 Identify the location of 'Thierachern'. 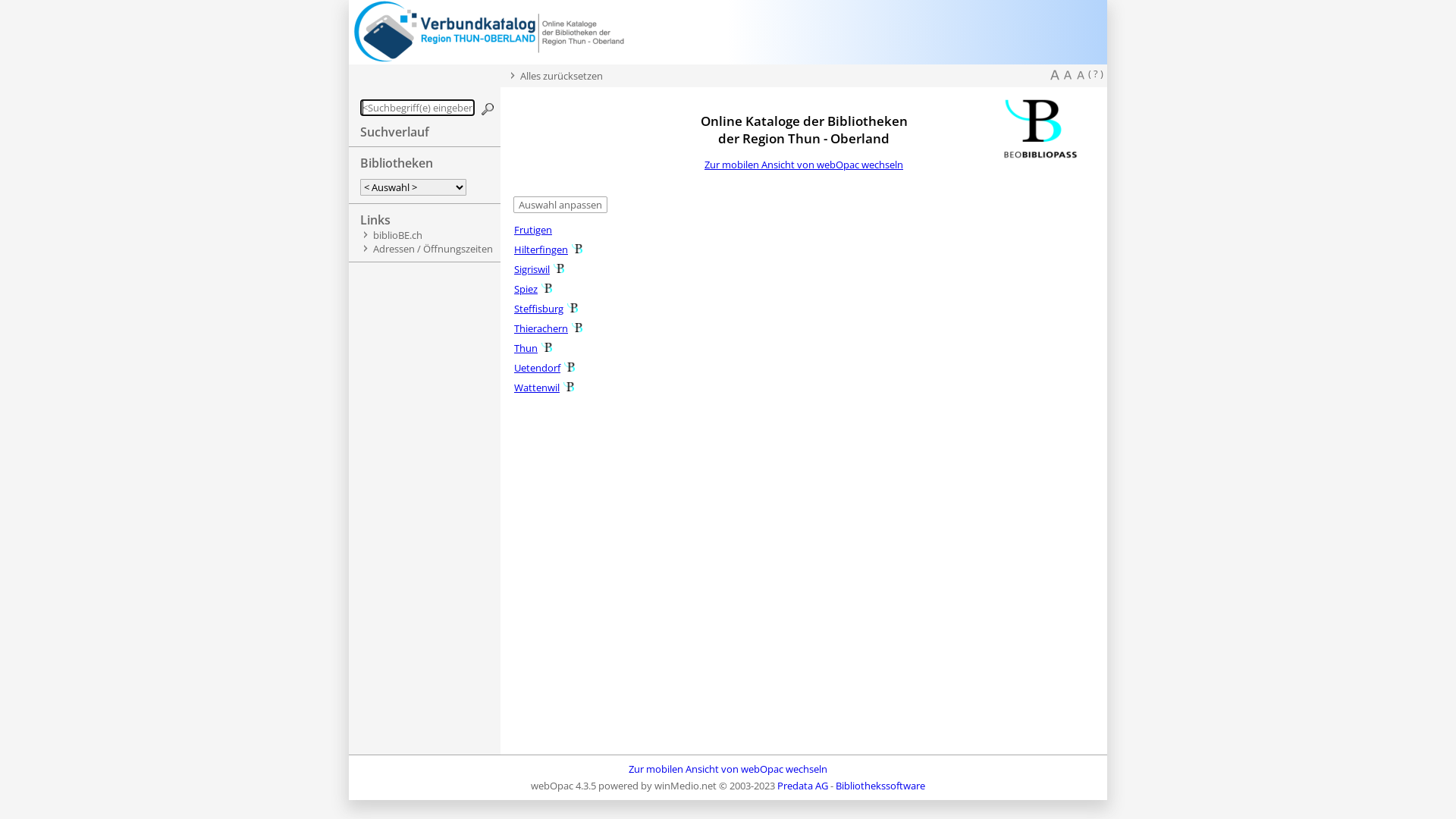
(541, 327).